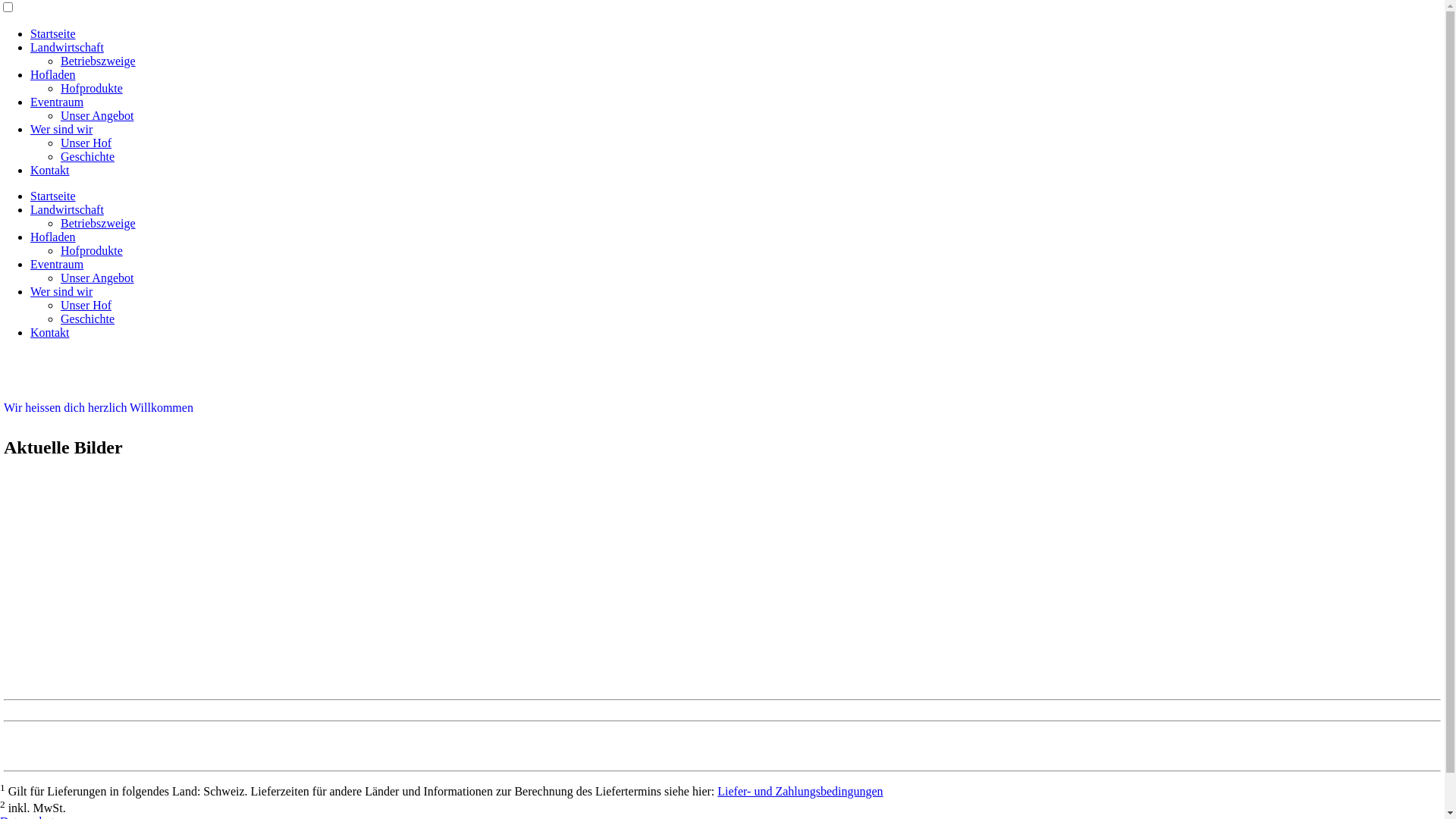  I want to click on 'Landwirtschaft', so click(30, 46).